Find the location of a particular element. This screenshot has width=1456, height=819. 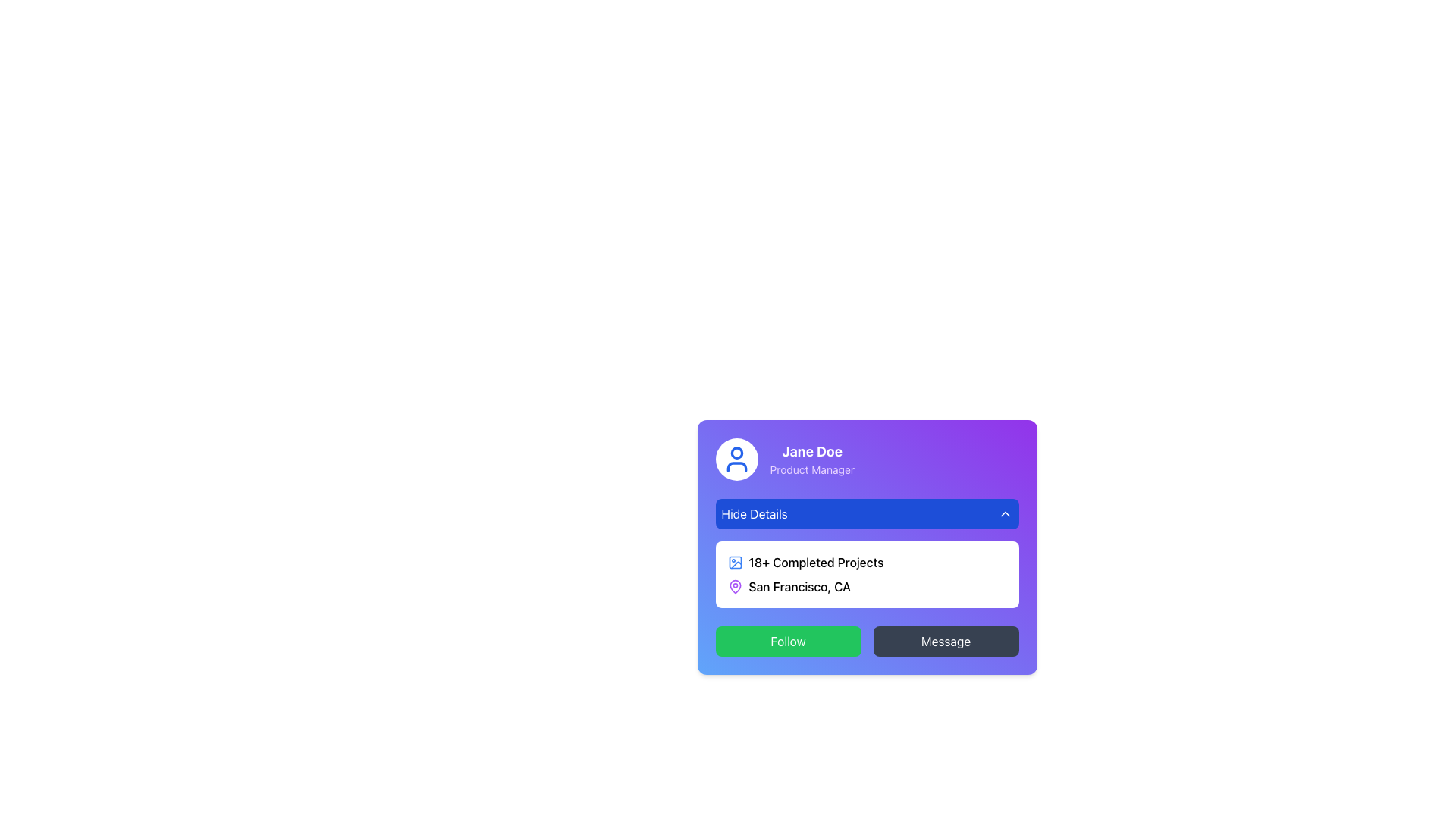

information displayed in the Text Label that shows the name and job title of an individual, located in the upper section of a card-like component, to the right of a user profile icon is located at coordinates (811, 458).